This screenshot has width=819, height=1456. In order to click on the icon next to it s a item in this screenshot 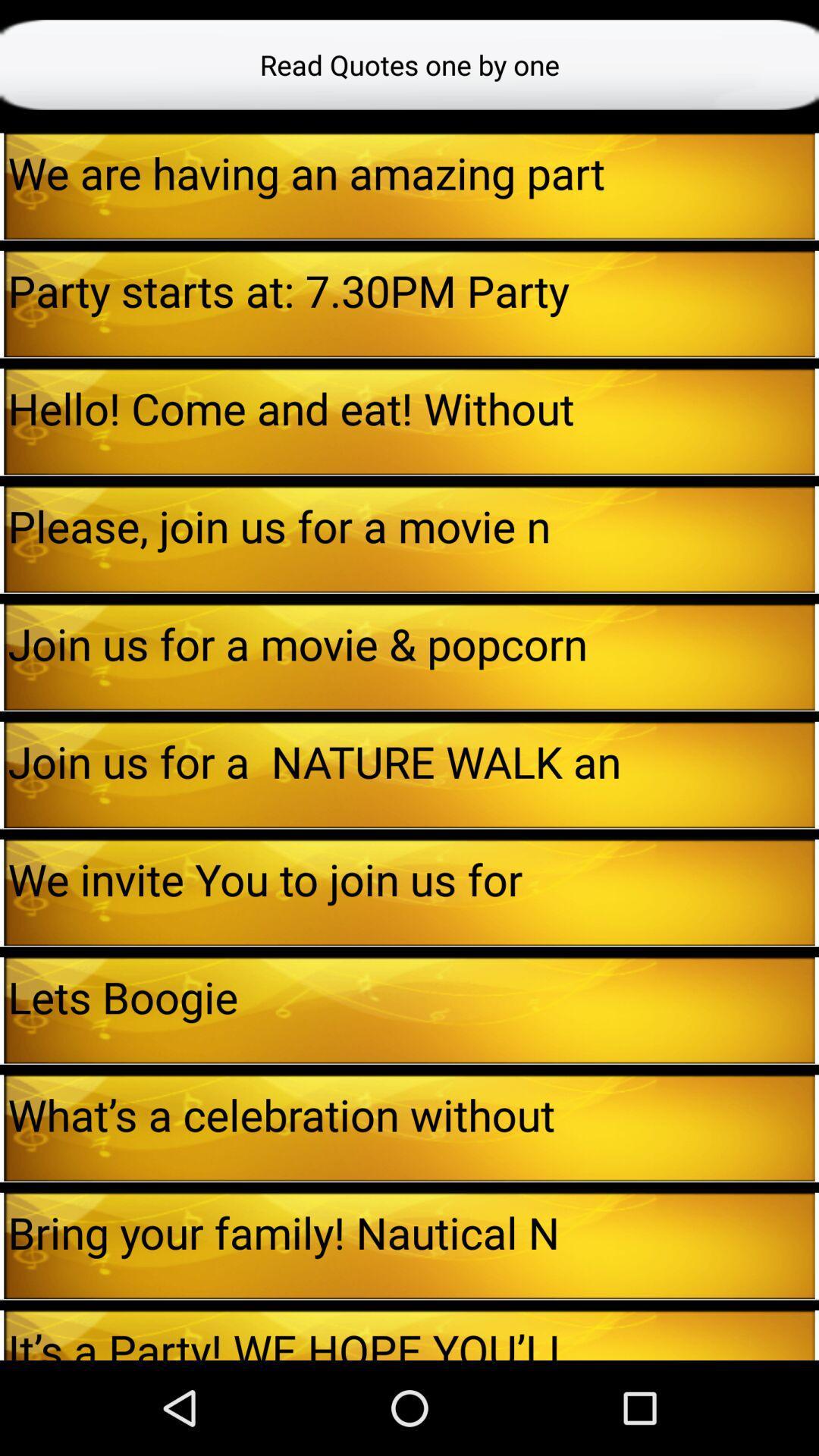, I will do `click(816, 1335)`.